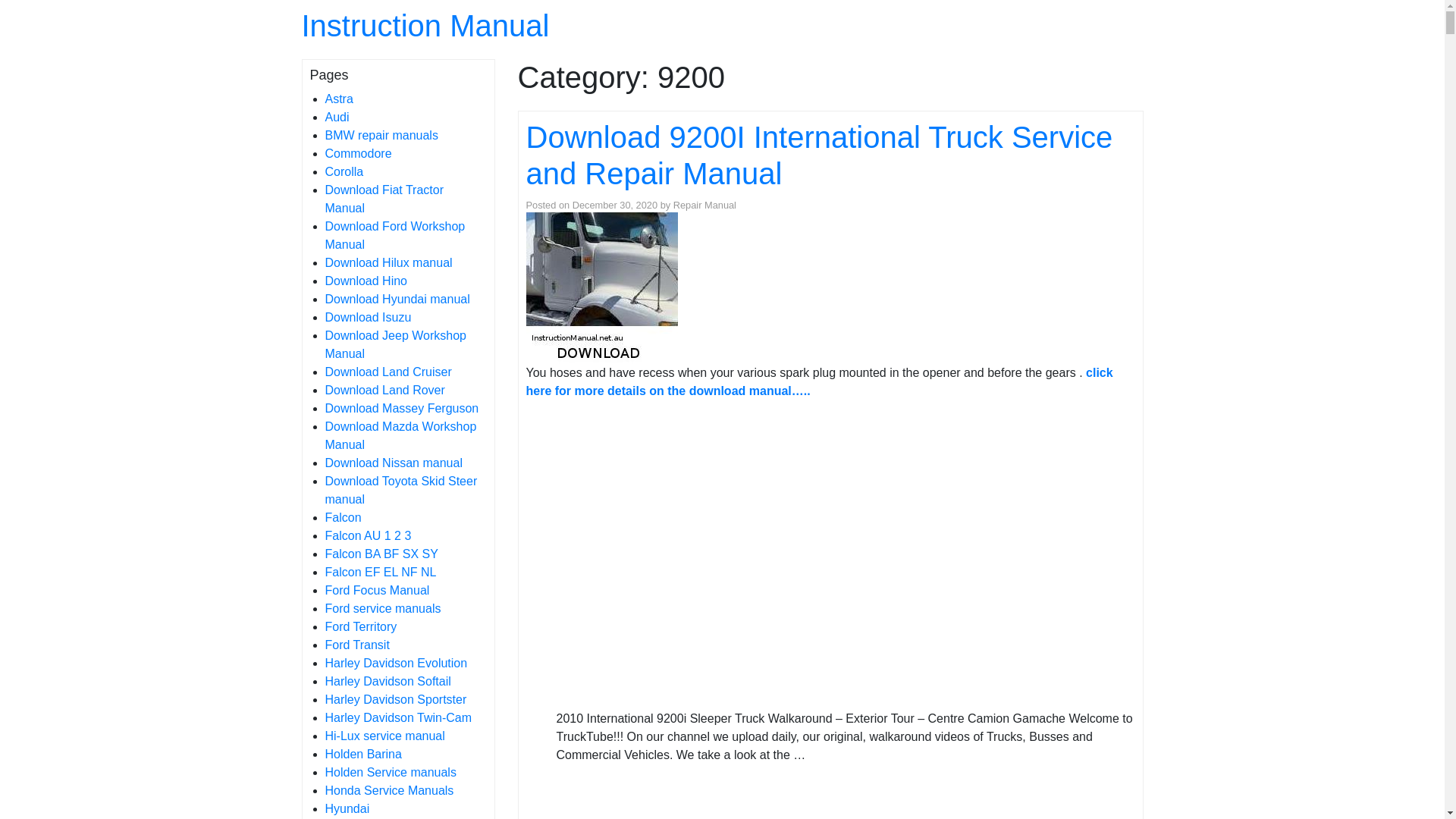  What do you see at coordinates (346, 808) in the screenshot?
I see `'Hyundai'` at bounding box center [346, 808].